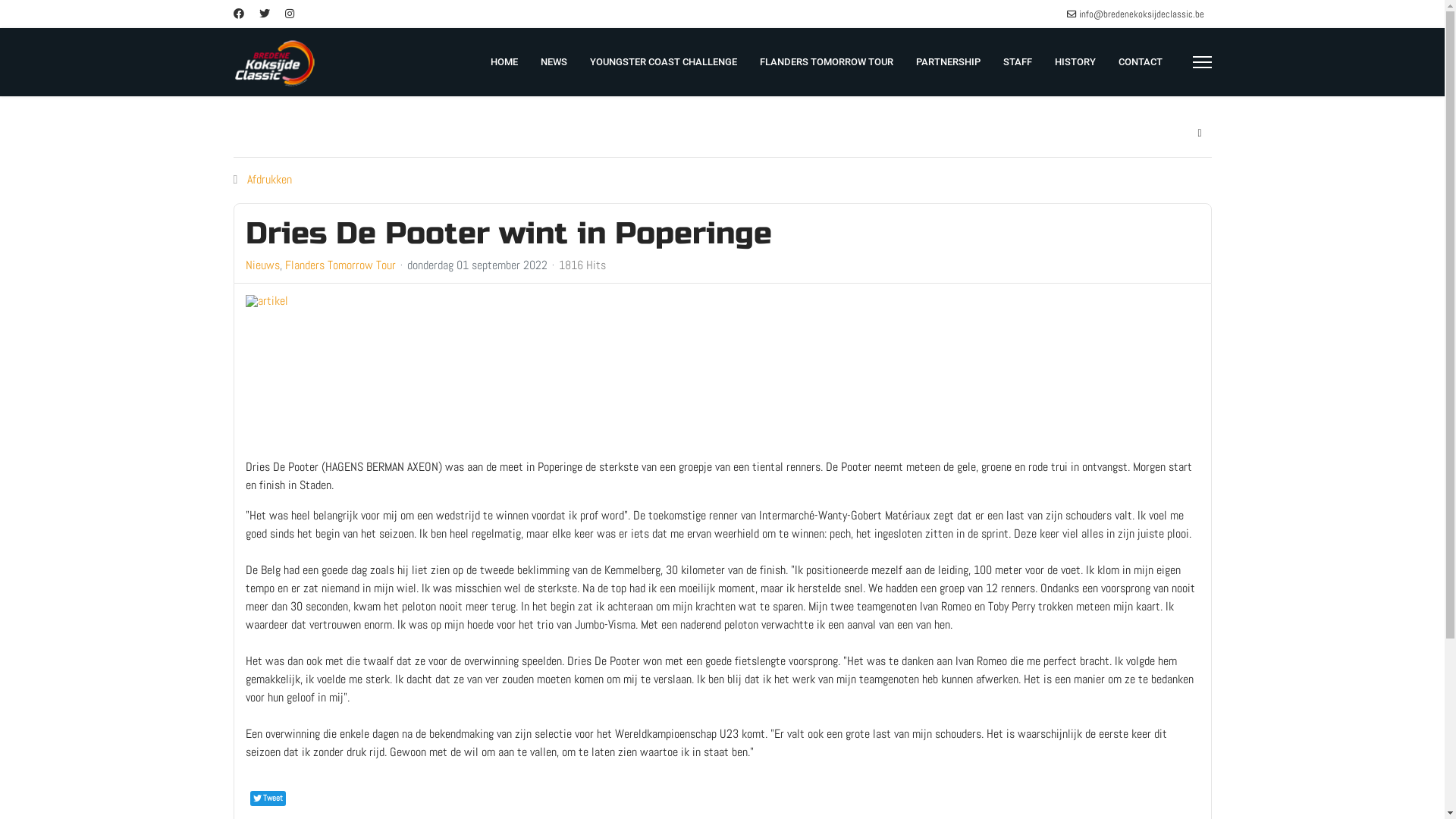 Image resolution: width=1456 pixels, height=819 pixels. I want to click on 'HOME', so click(504, 61).